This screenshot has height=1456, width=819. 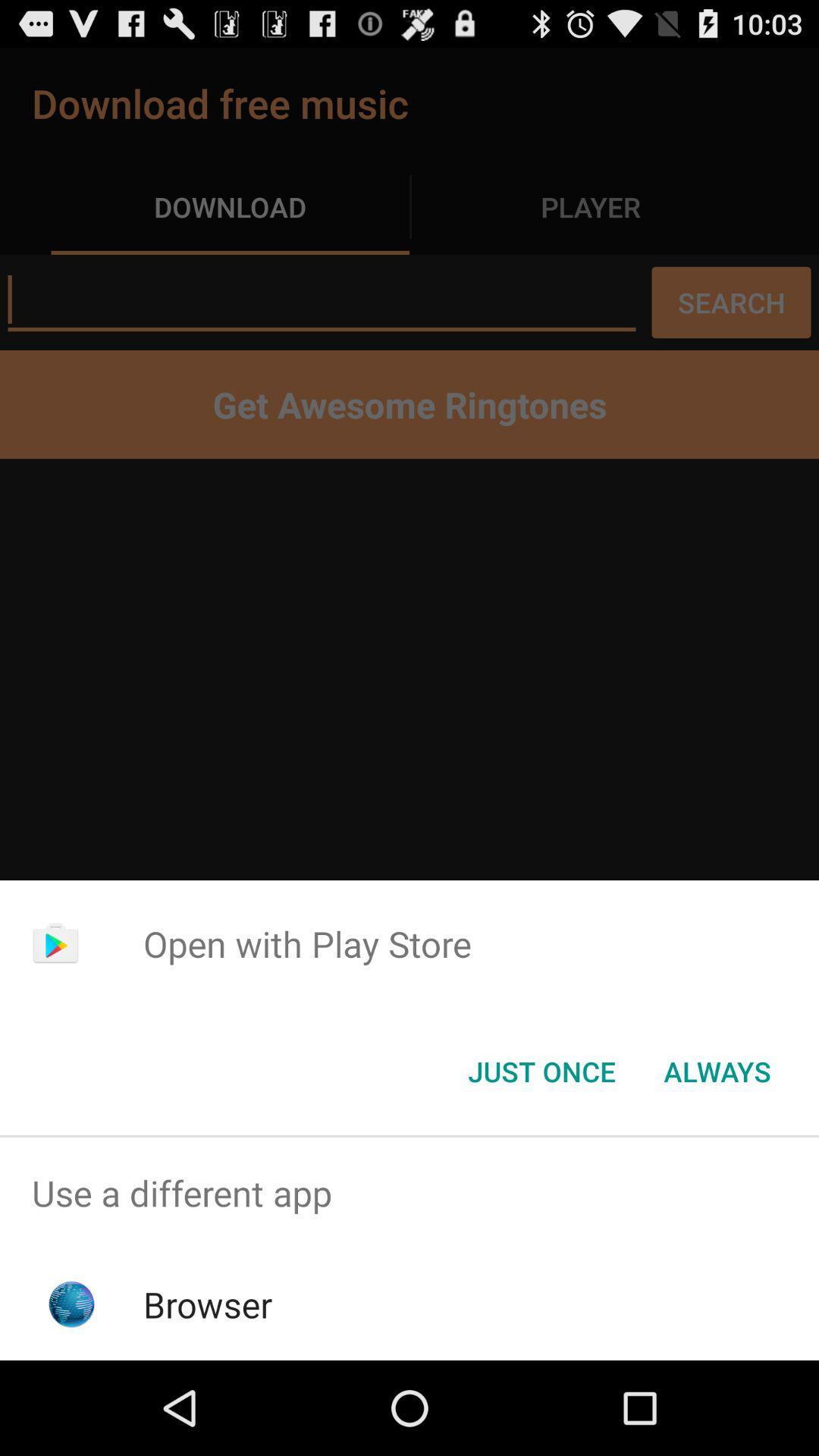 What do you see at coordinates (717, 1070) in the screenshot?
I see `always icon` at bounding box center [717, 1070].